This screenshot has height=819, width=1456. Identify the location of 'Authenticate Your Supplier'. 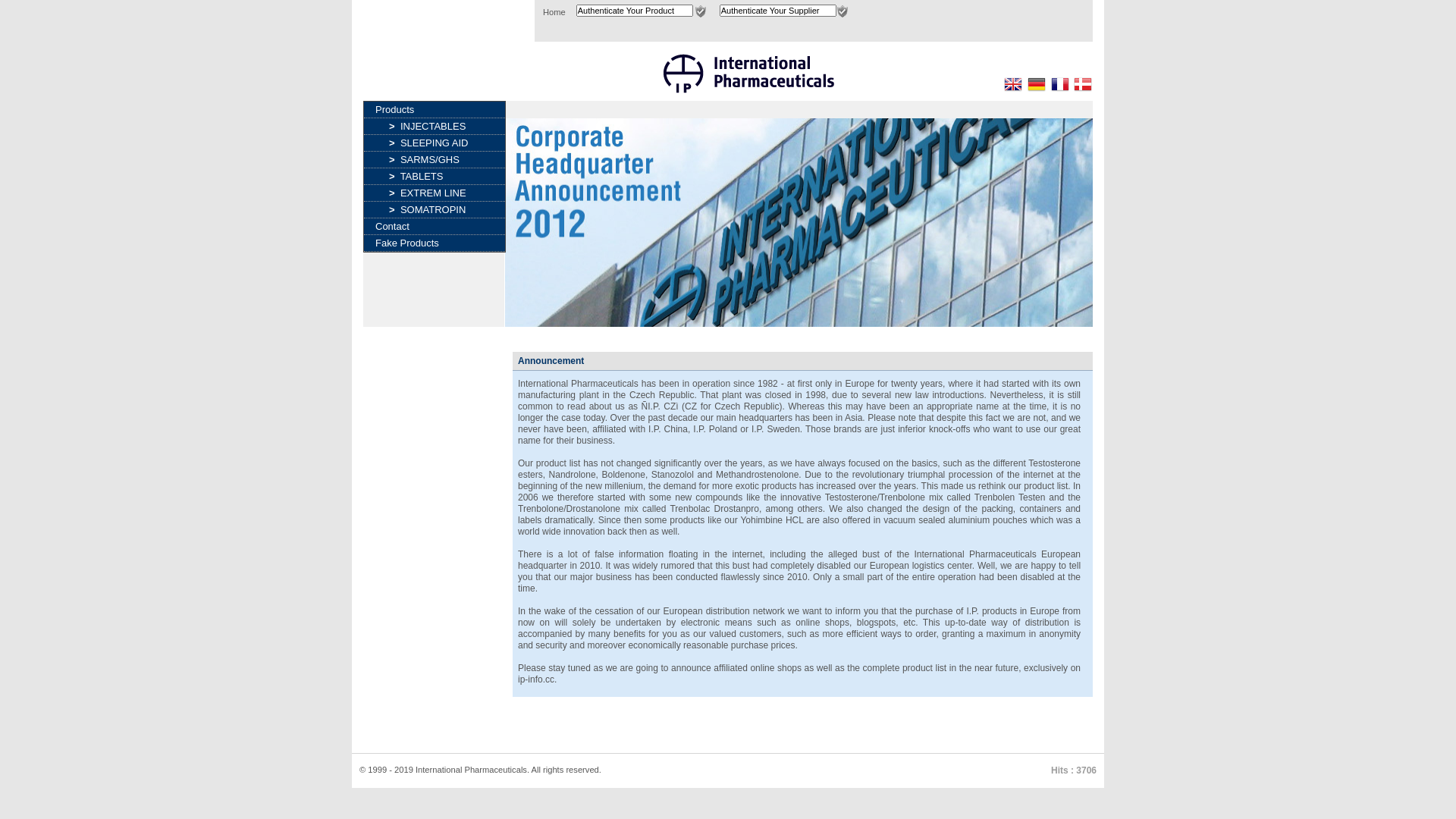
(778, 11).